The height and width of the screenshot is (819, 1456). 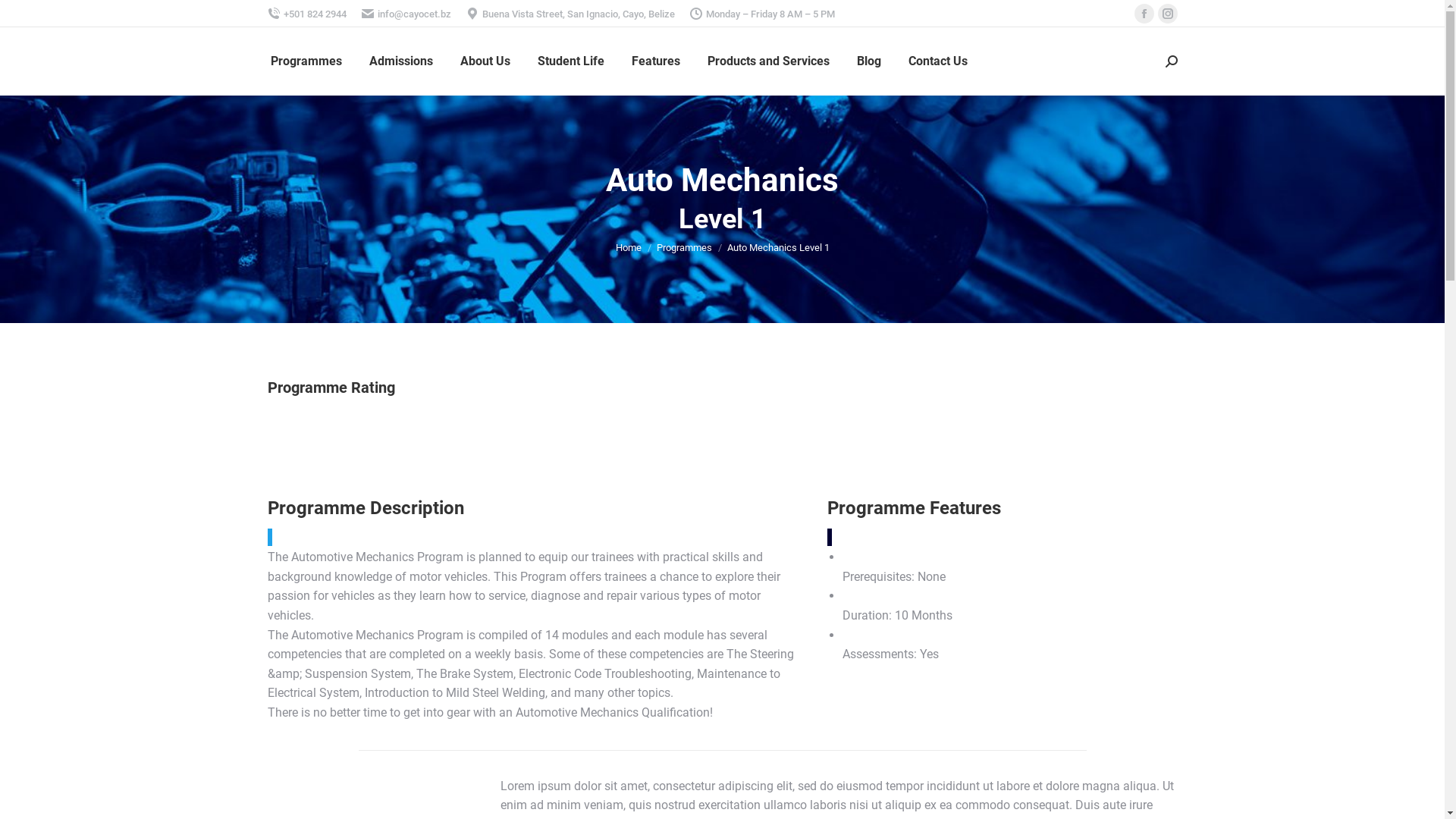 I want to click on 'Home', so click(x=629, y=246).